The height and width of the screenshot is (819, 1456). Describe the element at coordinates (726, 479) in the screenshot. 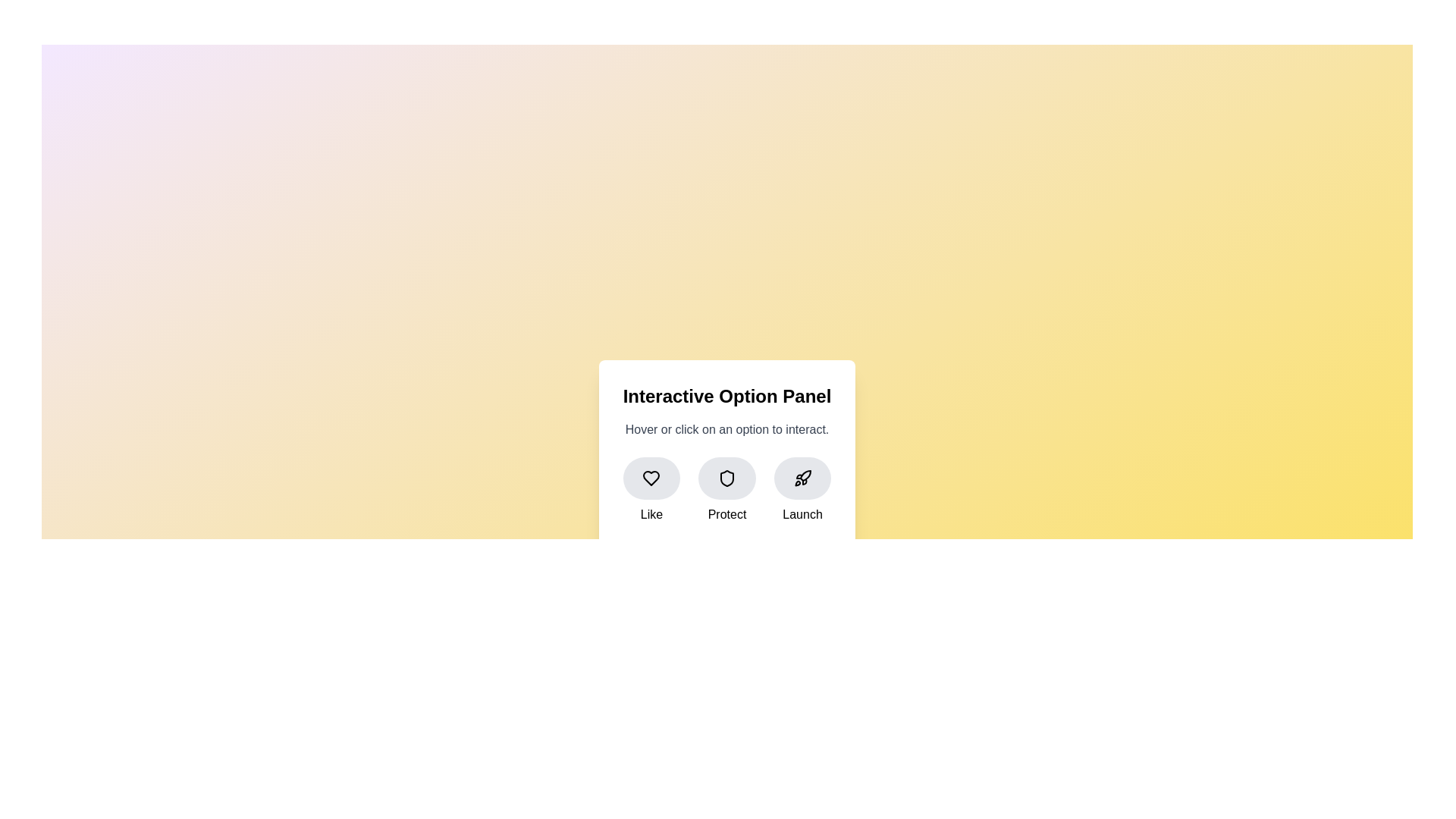

I see `the shield-shaped SVG icon embedded in the central button of the interactive options panel` at that location.